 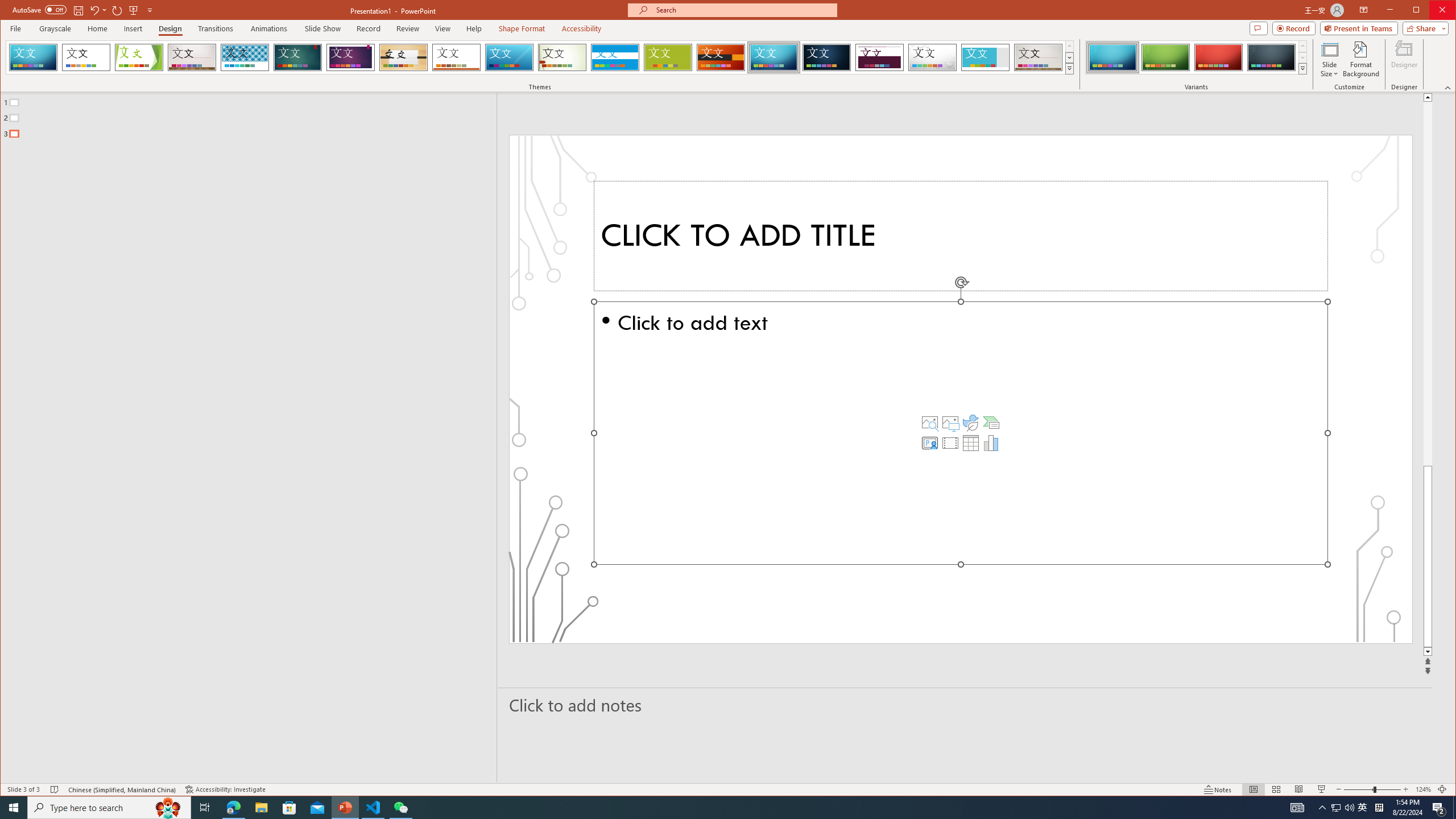 I want to click on 'Zoom In', so click(x=1405, y=789).